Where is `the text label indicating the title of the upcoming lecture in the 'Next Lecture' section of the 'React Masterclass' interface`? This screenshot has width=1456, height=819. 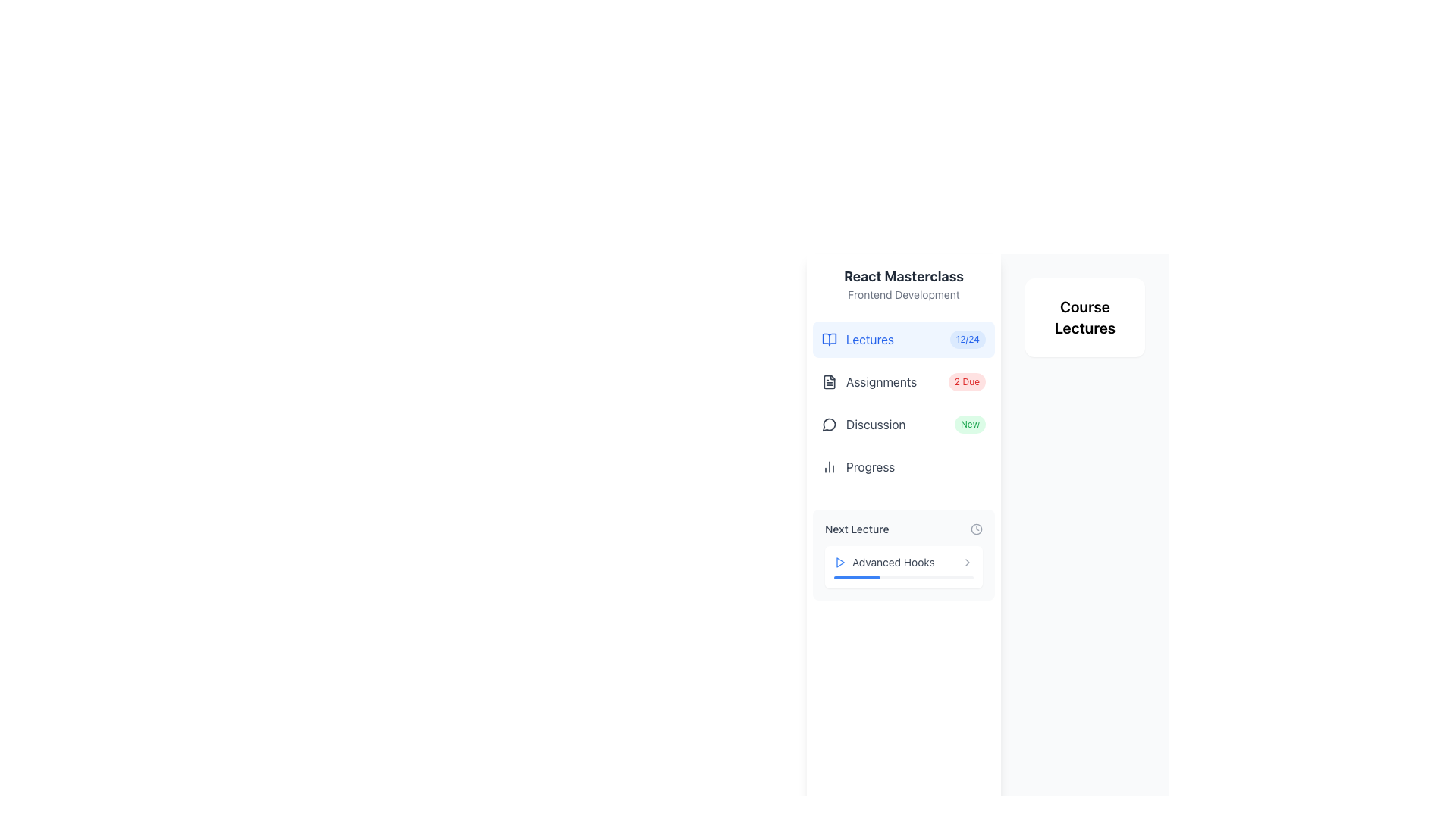
the text label indicating the title of the upcoming lecture in the 'Next Lecture' section of the 'React Masterclass' interface is located at coordinates (903, 562).